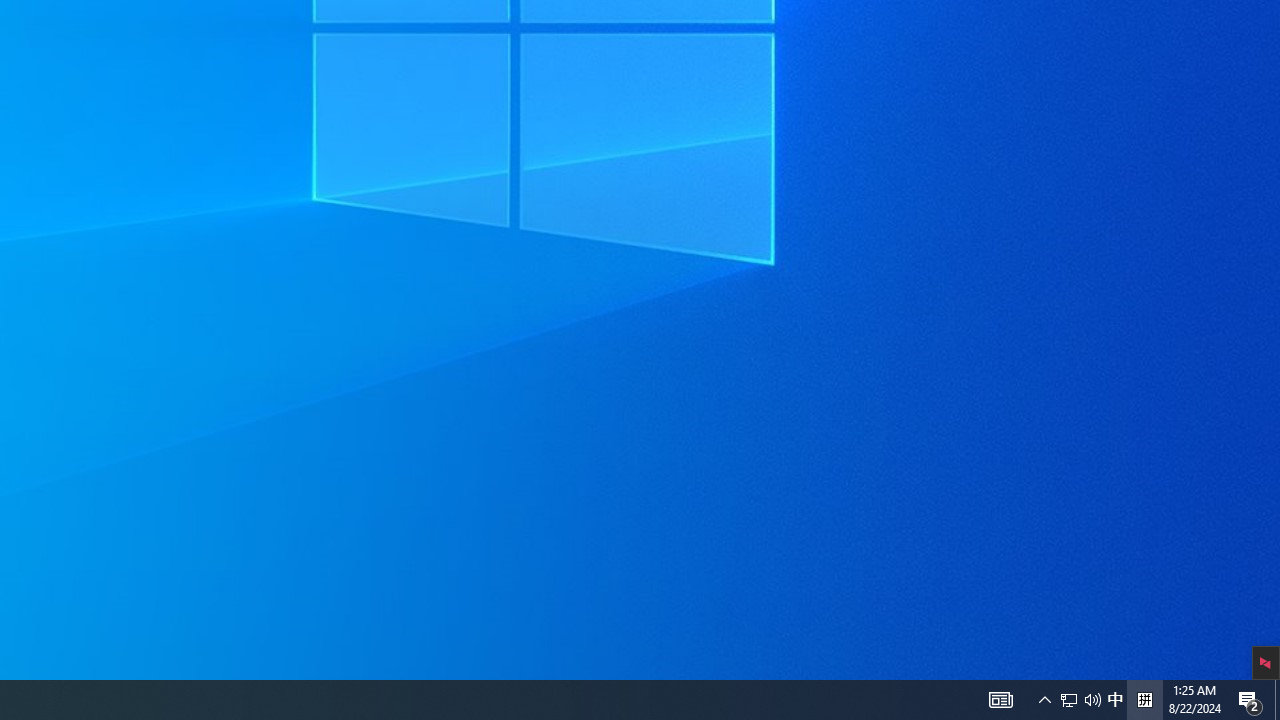  I want to click on 'Notification Chevron', so click(1068, 698).